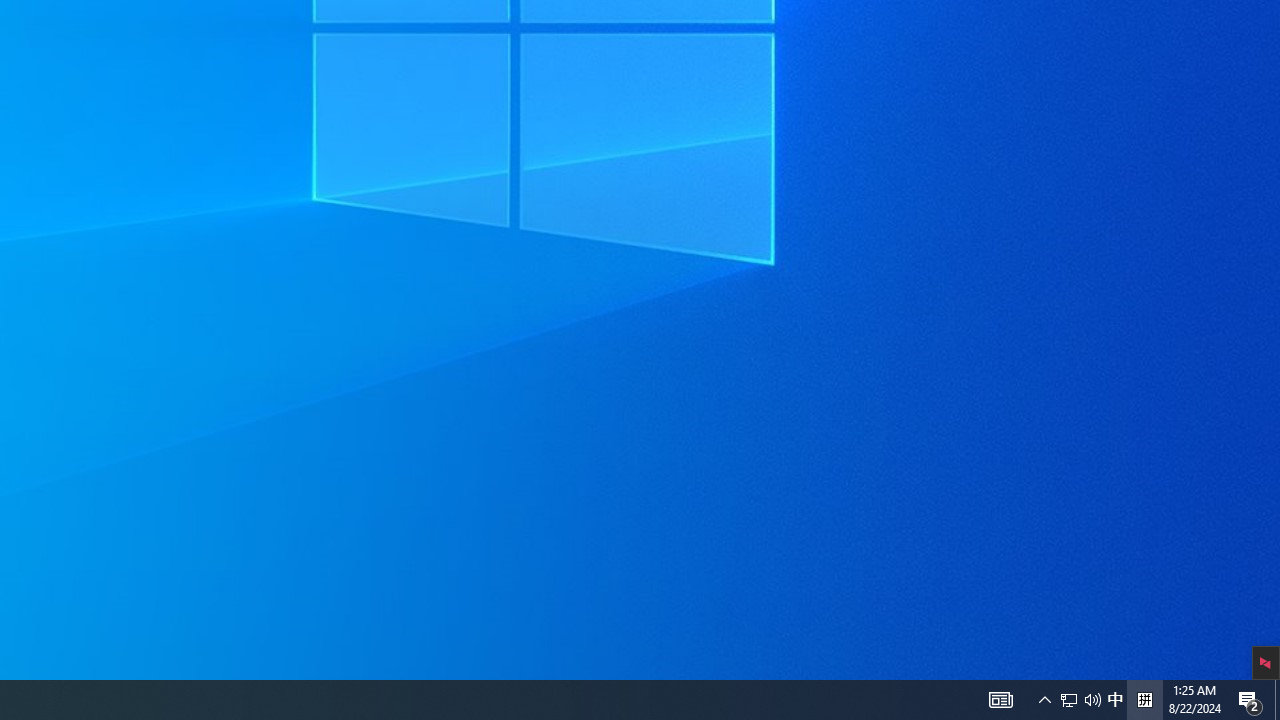  I want to click on 'Notification Chevron', so click(1068, 698).